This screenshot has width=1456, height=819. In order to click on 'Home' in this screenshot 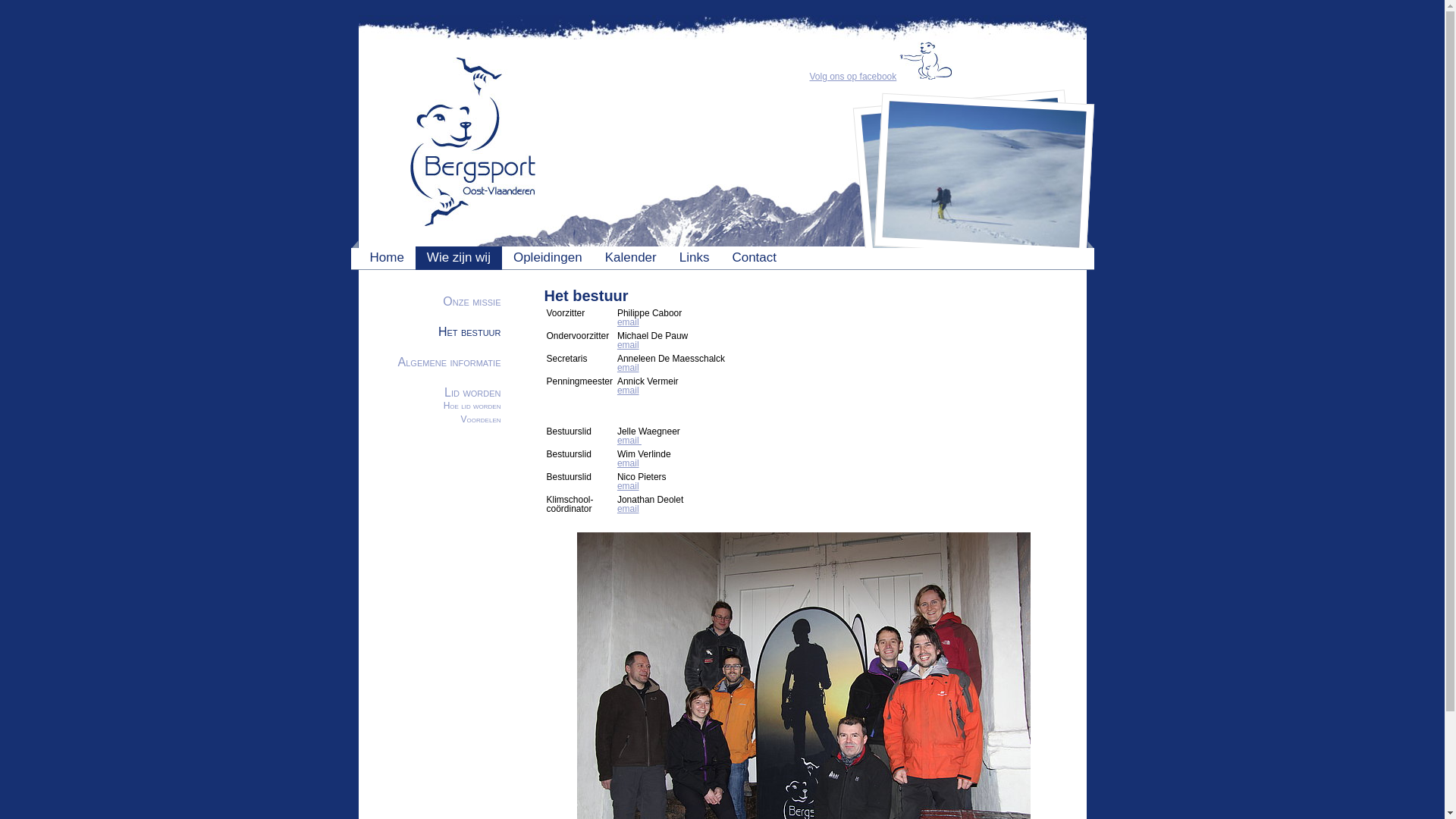, I will do `click(370, 256)`.